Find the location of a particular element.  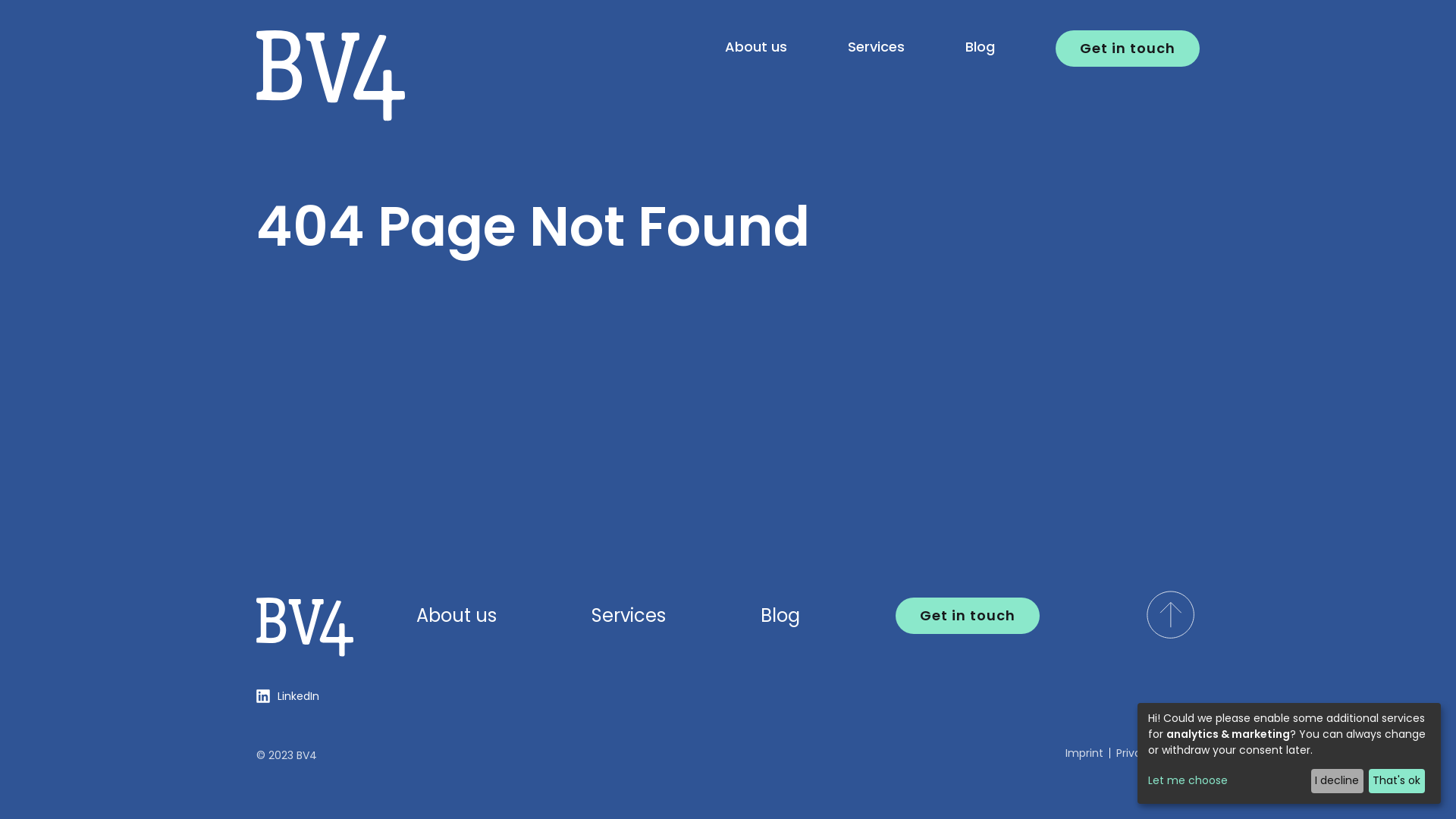

'Let me choose' is located at coordinates (1226, 780).